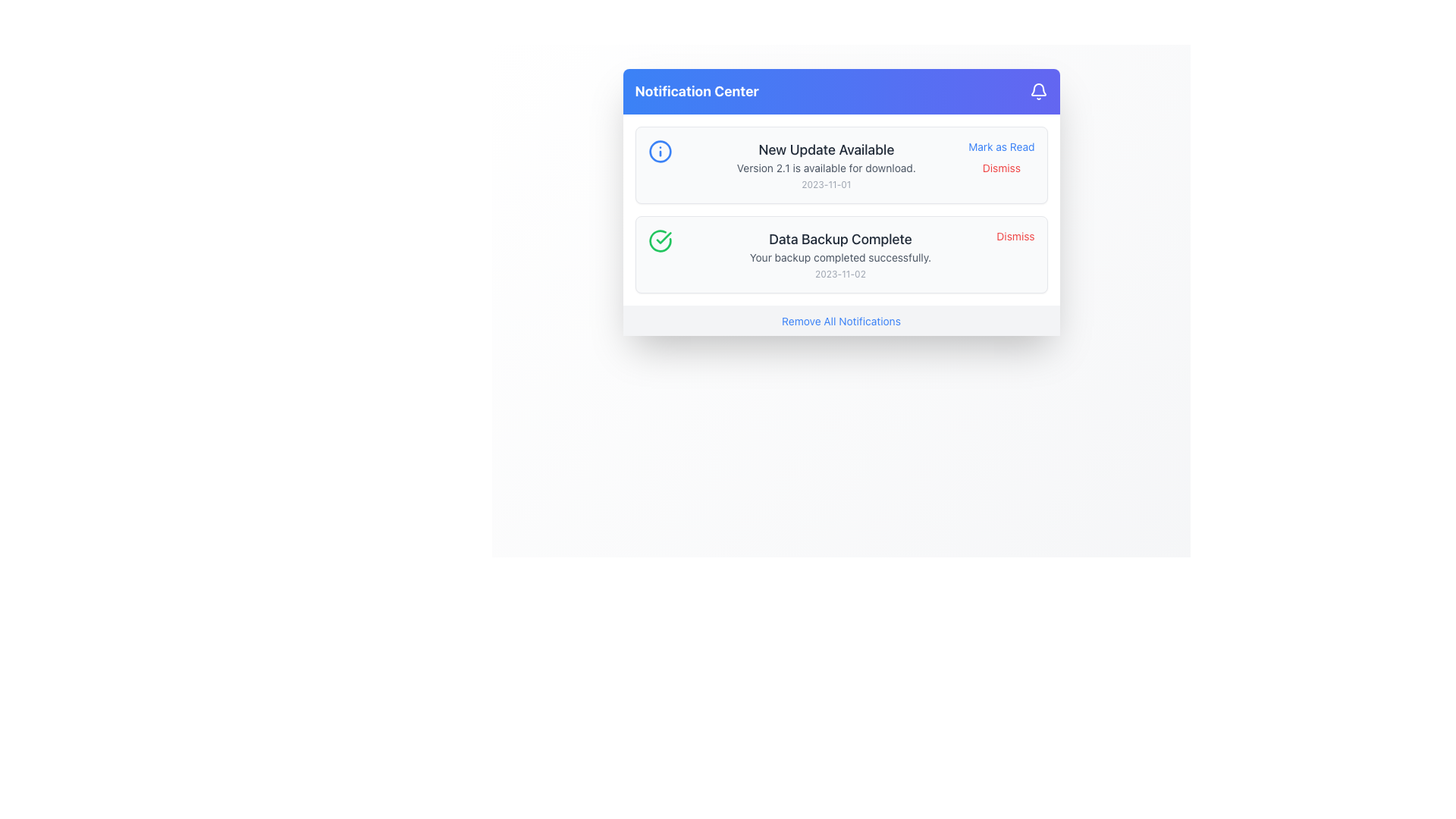 This screenshot has height=819, width=1456. I want to click on the 'Remove All Notifications' text link styled as an interactive button at the center of the notification panel to clear all notifications, so click(840, 321).